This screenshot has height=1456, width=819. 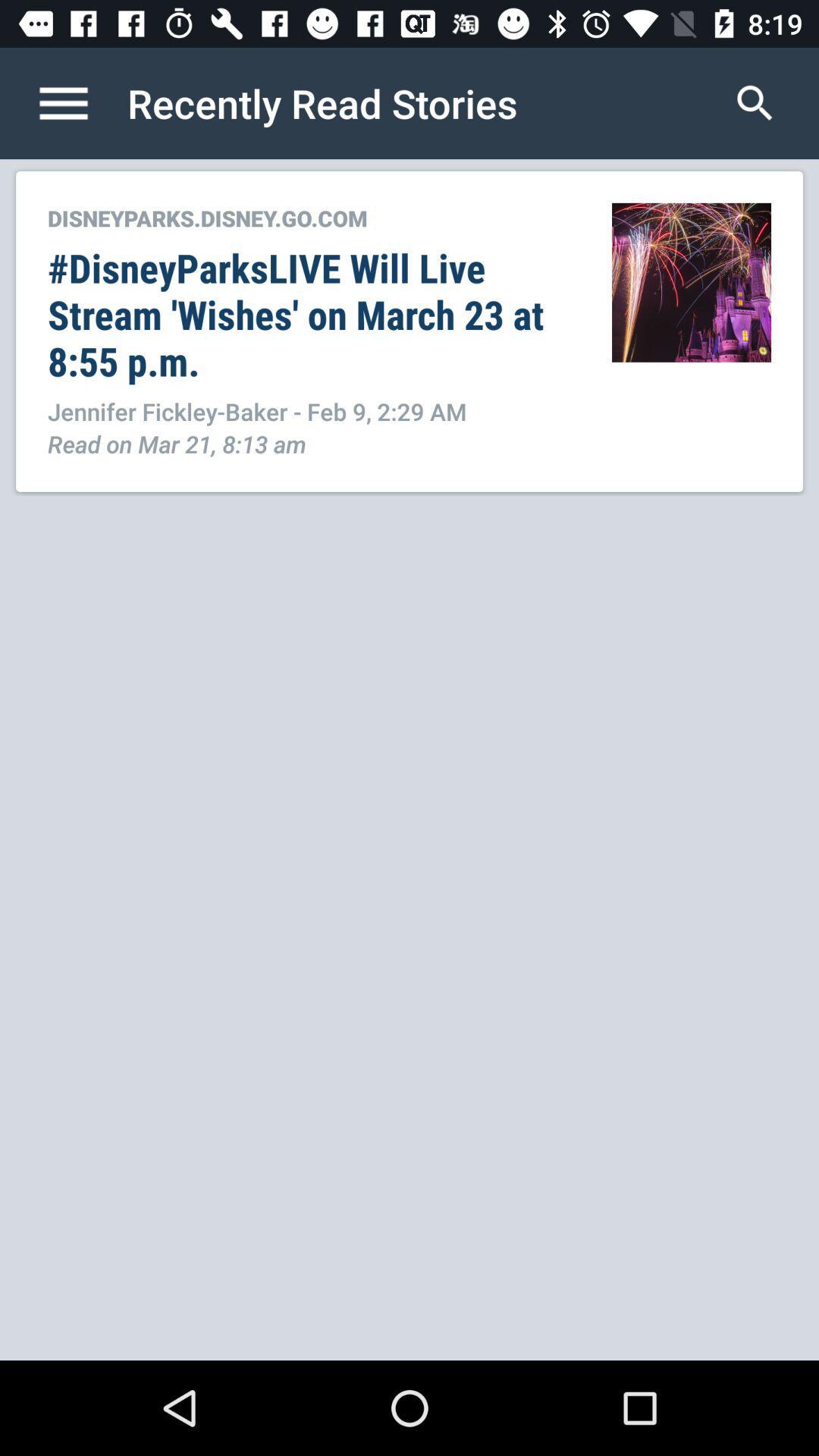 I want to click on options, so click(x=79, y=102).